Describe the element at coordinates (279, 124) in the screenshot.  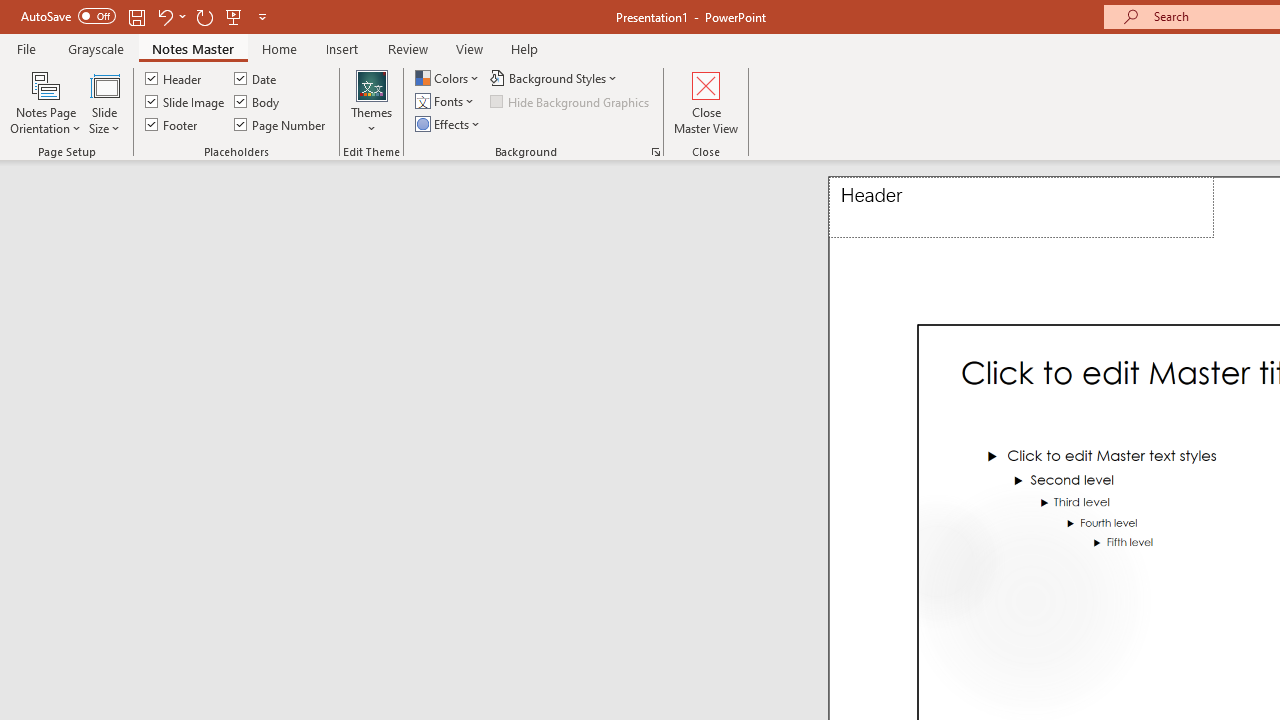
I see `'Page Number'` at that location.